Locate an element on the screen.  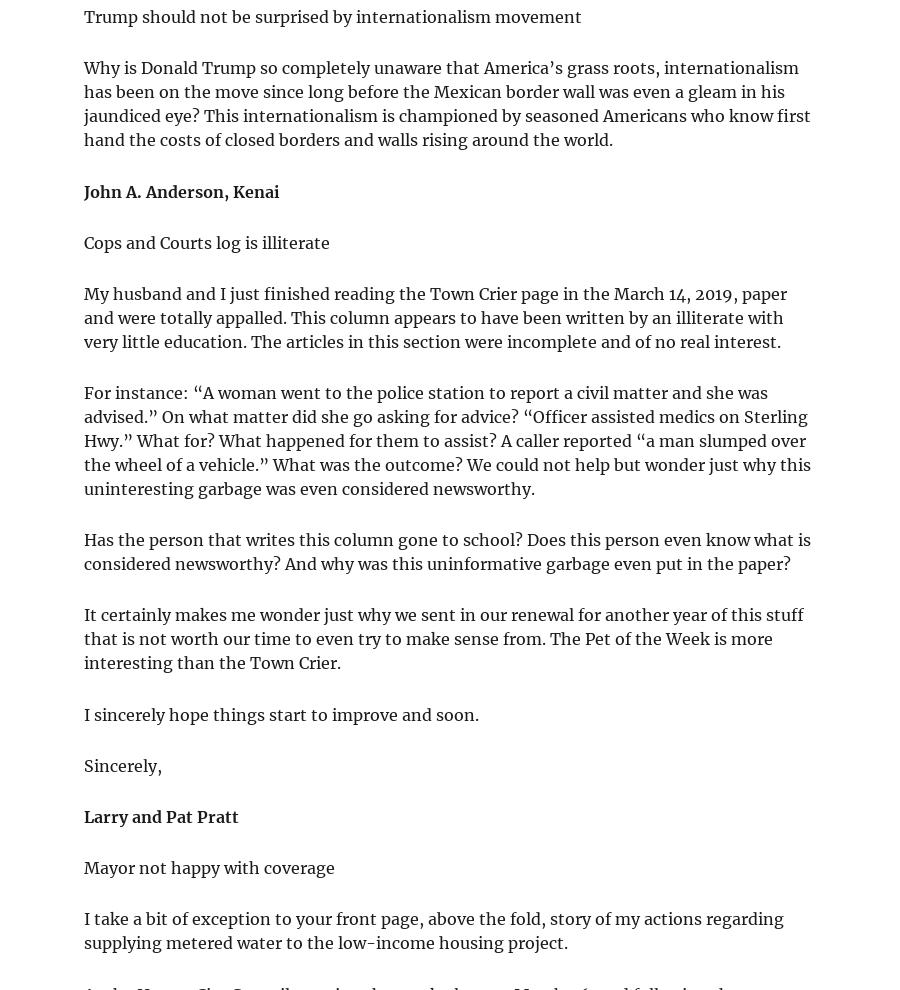
'Has the person that writes this column gone to school? Does this person even know what is considered newsworthy? And why was this uninformative garbage even put in the paper?' is located at coordinates (447, 552).